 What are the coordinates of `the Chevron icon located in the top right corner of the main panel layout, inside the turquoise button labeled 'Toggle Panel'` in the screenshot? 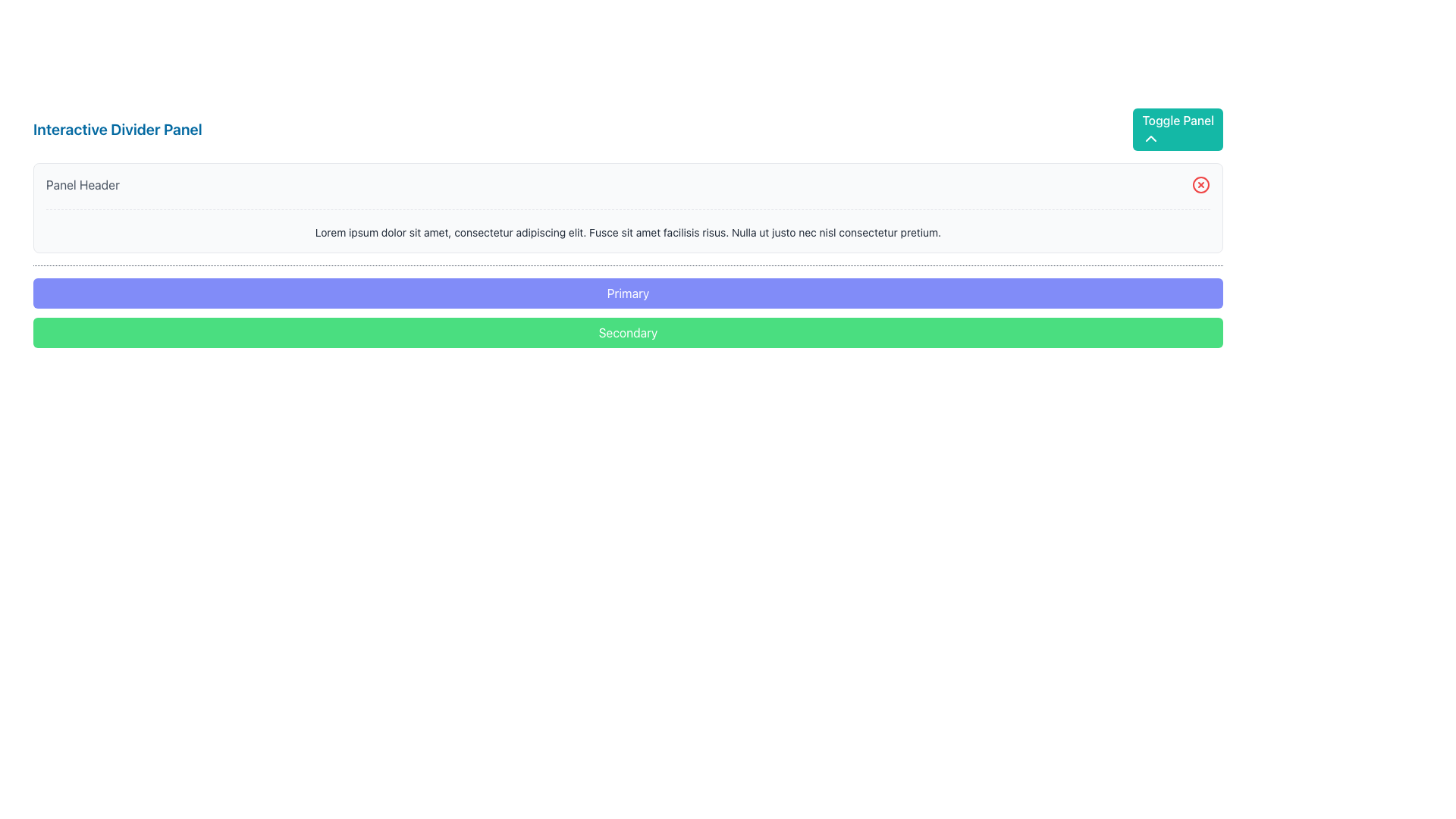 It's located at (1151, 138).